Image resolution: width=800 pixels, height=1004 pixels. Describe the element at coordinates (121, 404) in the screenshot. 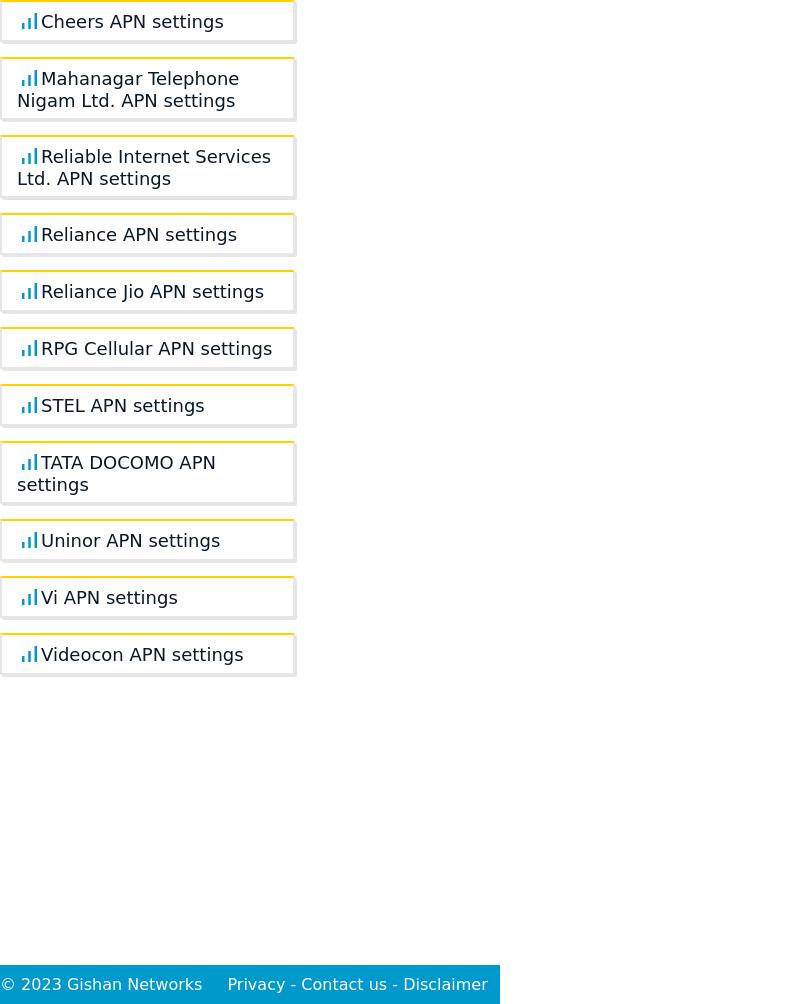

I see `'STEL APN settings'` at that location.